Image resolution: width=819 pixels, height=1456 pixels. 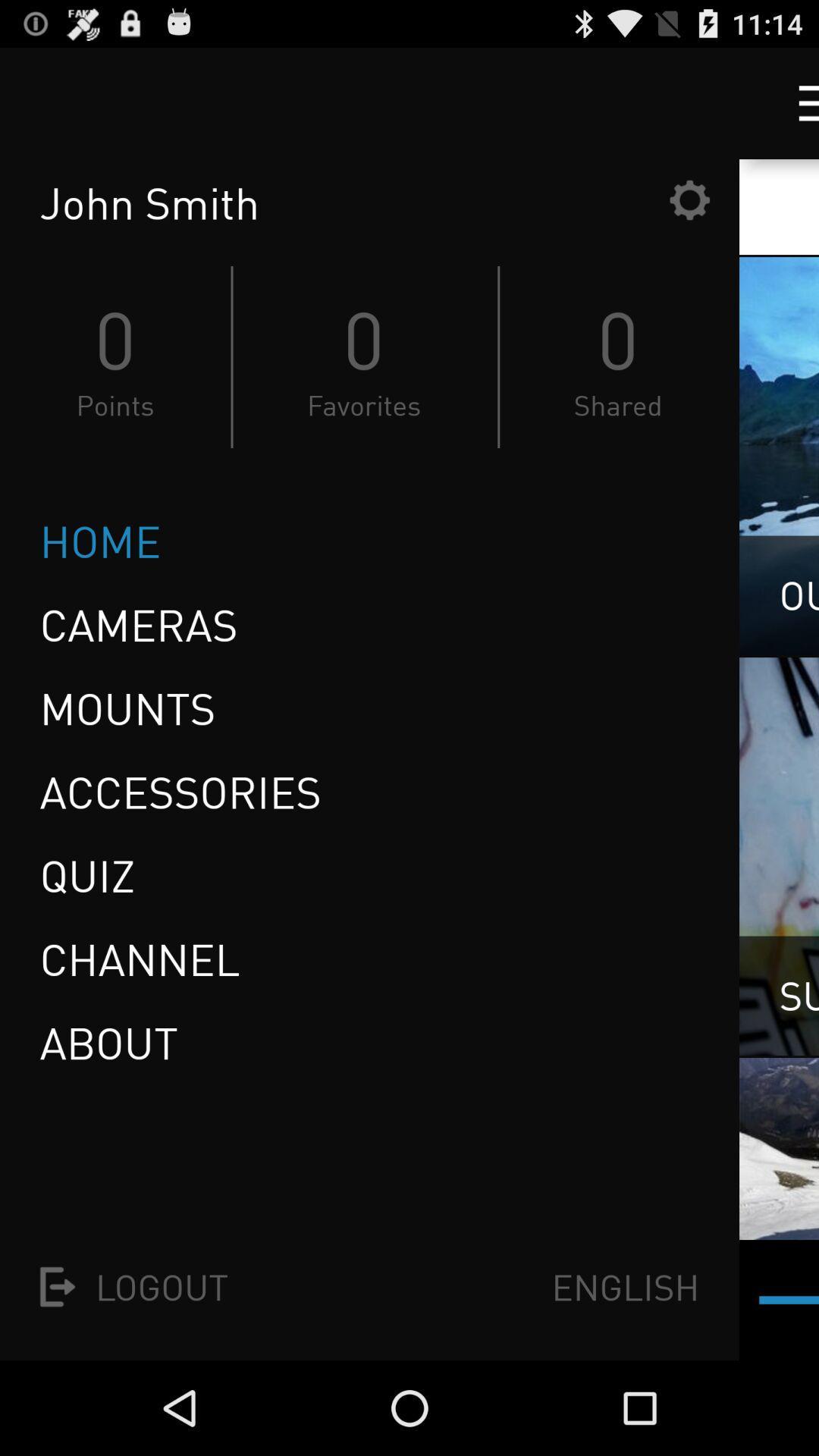 What do you see at coordinates (689, 199) in the screenshot?
I see `the icon to the right of john smith` at bounding box center [689, 199].